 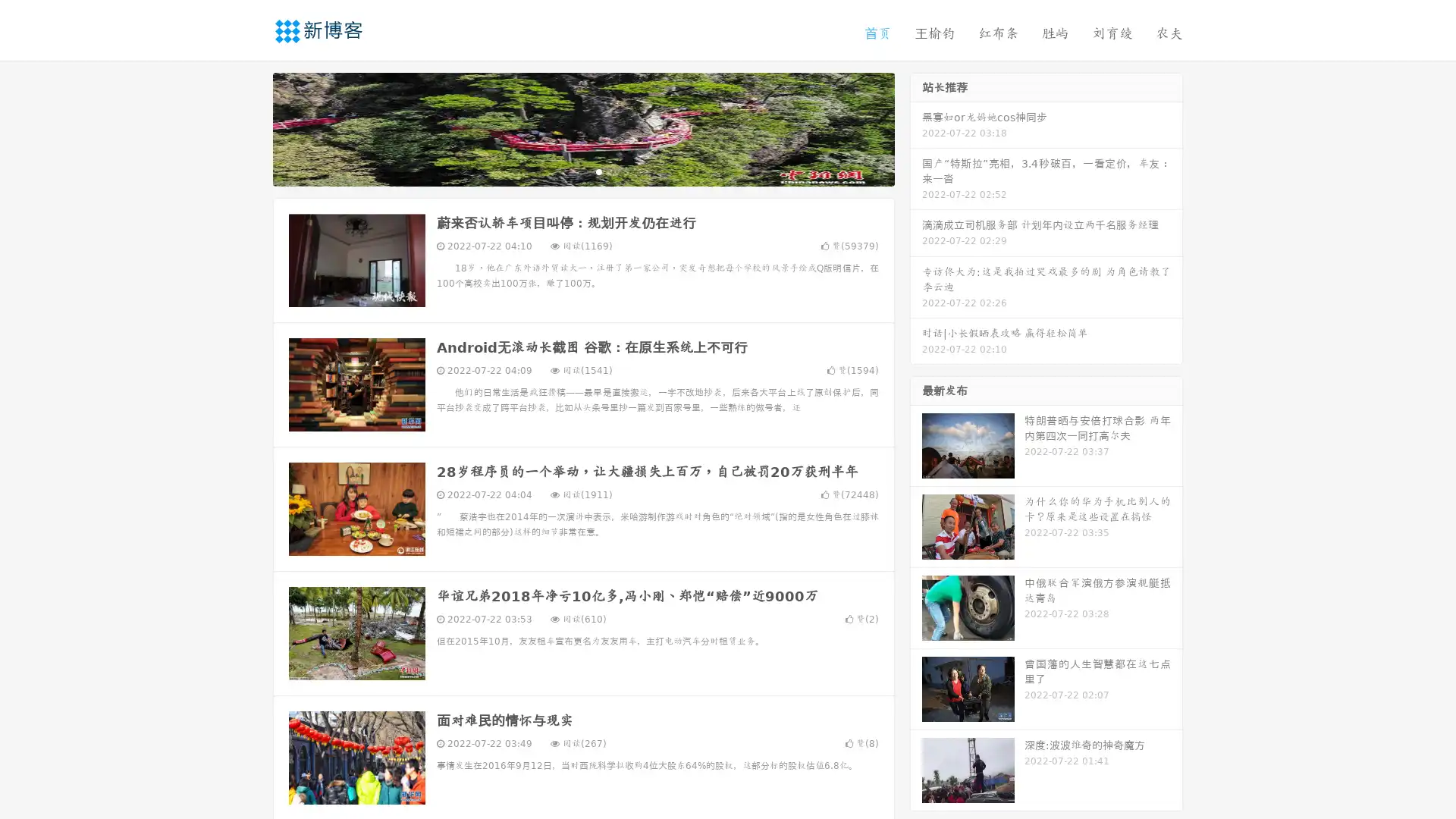 I want to click on Go to slide 3, so click(x=598, y=171).